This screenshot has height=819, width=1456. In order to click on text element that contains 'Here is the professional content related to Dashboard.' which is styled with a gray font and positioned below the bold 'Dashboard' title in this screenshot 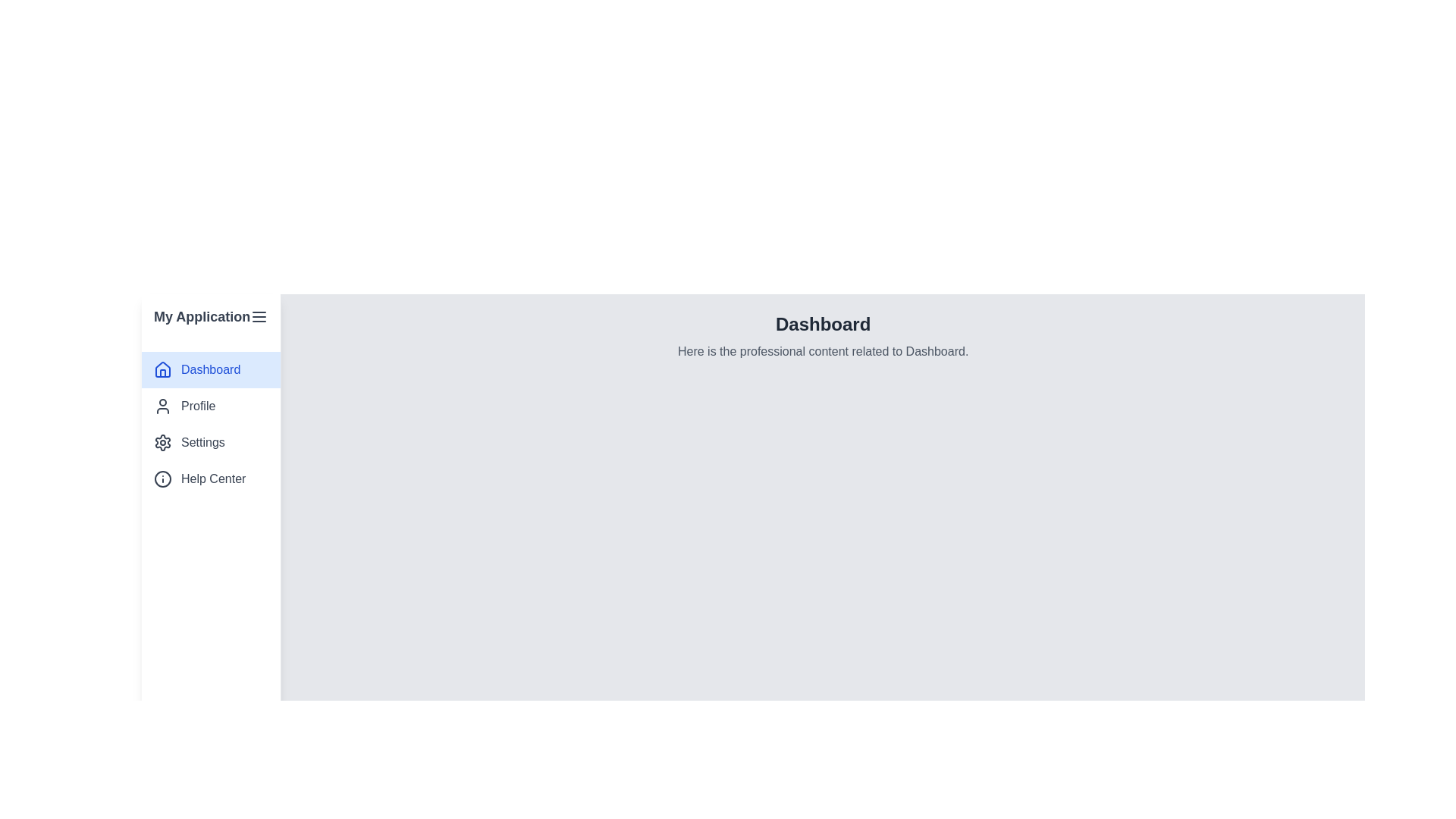, I will do `click(822, 351)`.